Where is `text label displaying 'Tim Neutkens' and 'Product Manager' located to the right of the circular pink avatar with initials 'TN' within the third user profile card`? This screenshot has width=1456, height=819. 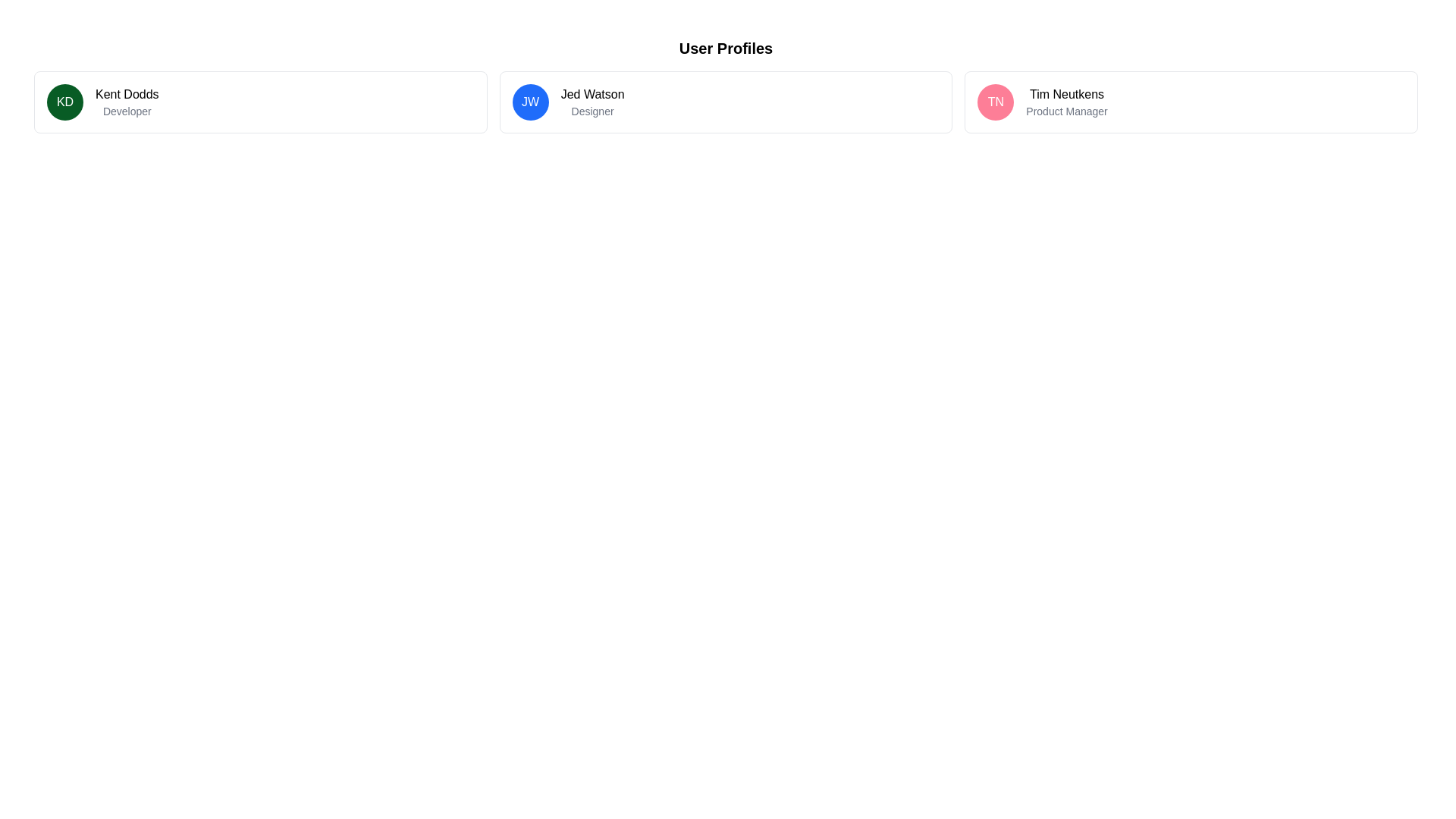 text label displaying 'Tim Neutkens' and 'Product Manager' located to the right of the circular pink avatar with initials 'TN' within the third user profile card is located at coordinates (1065, 102).